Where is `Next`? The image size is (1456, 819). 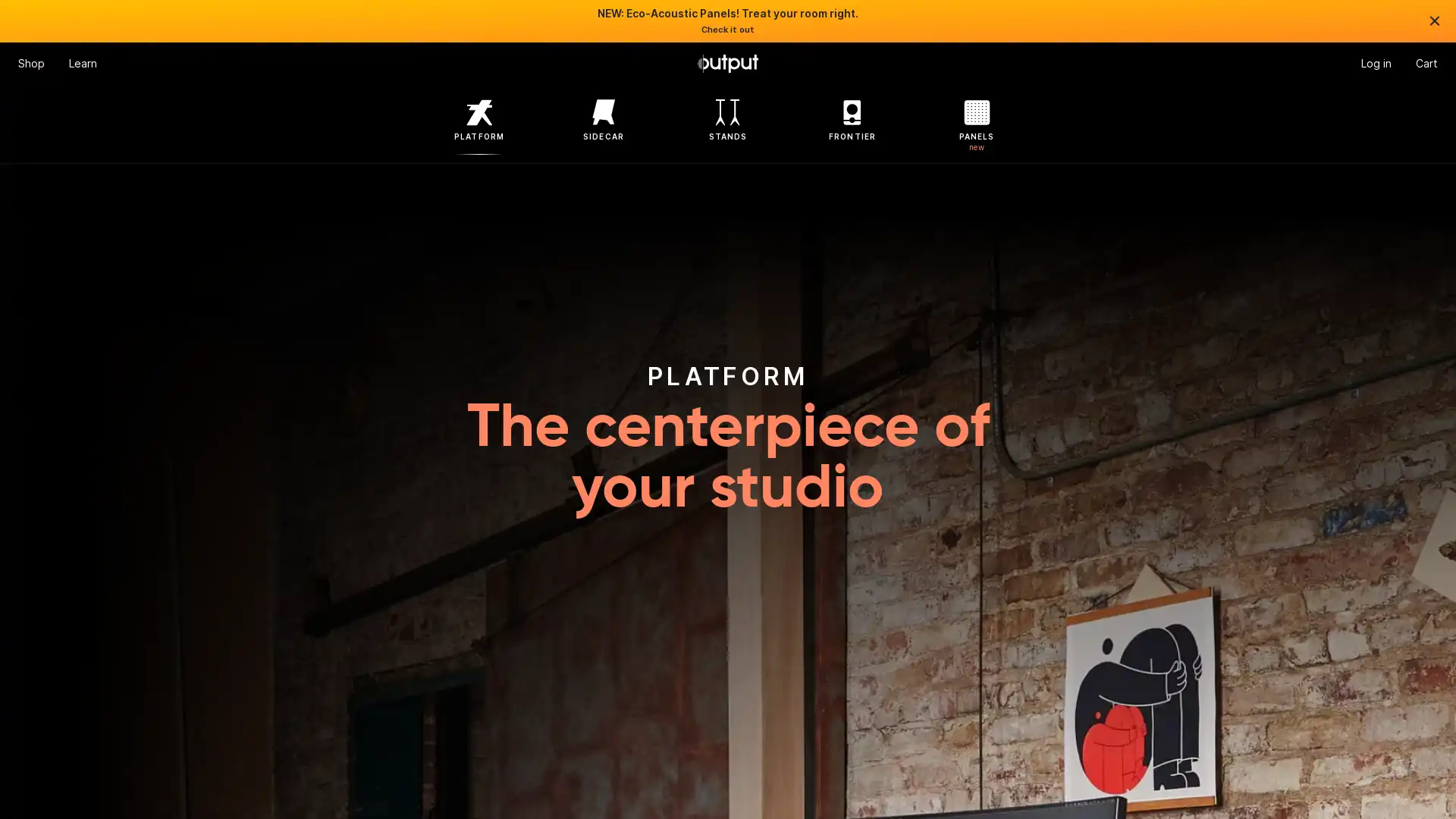 Next is located at coordinates (1392, 409).